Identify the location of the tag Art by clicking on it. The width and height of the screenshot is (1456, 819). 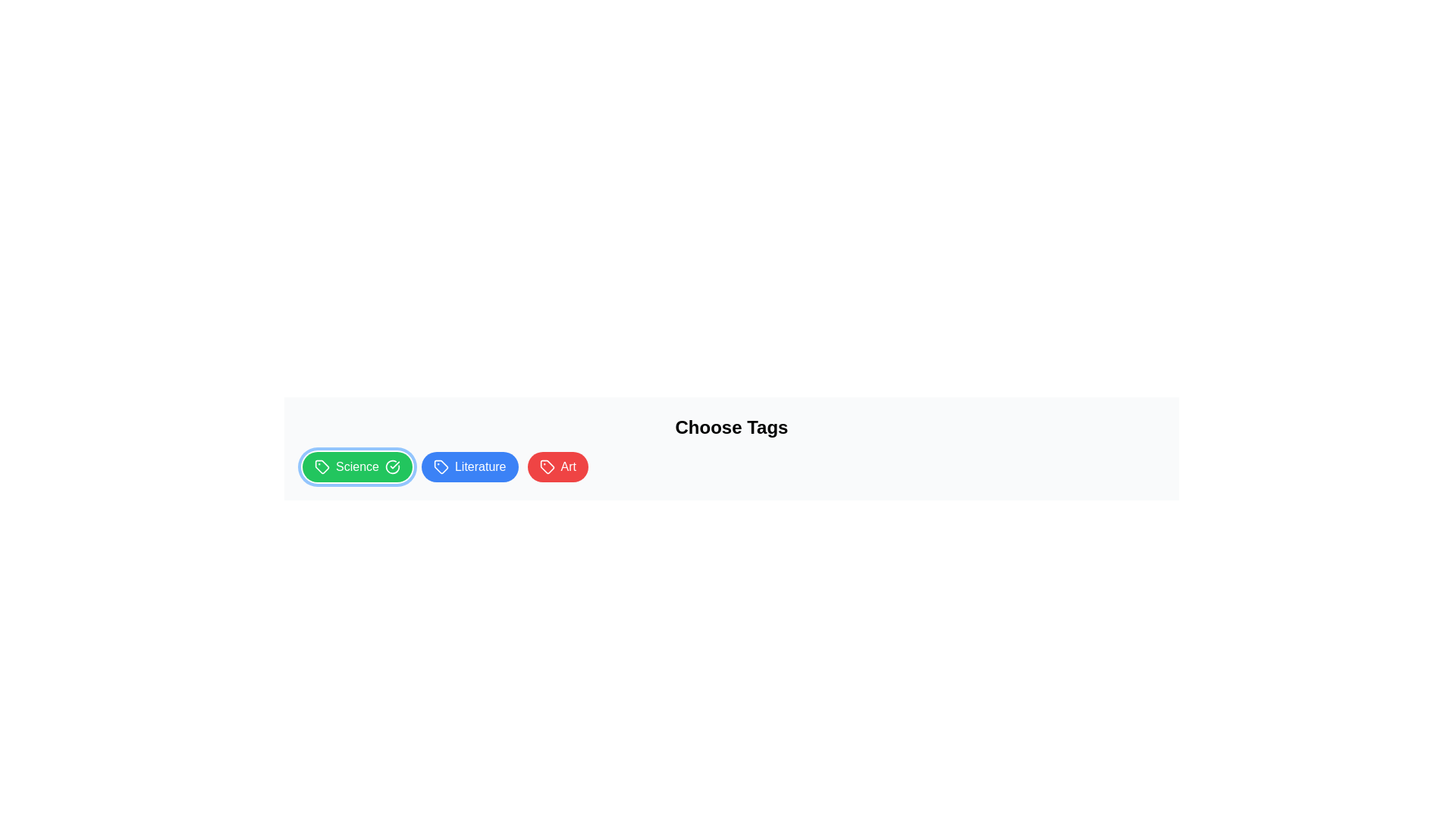
(556, 466).